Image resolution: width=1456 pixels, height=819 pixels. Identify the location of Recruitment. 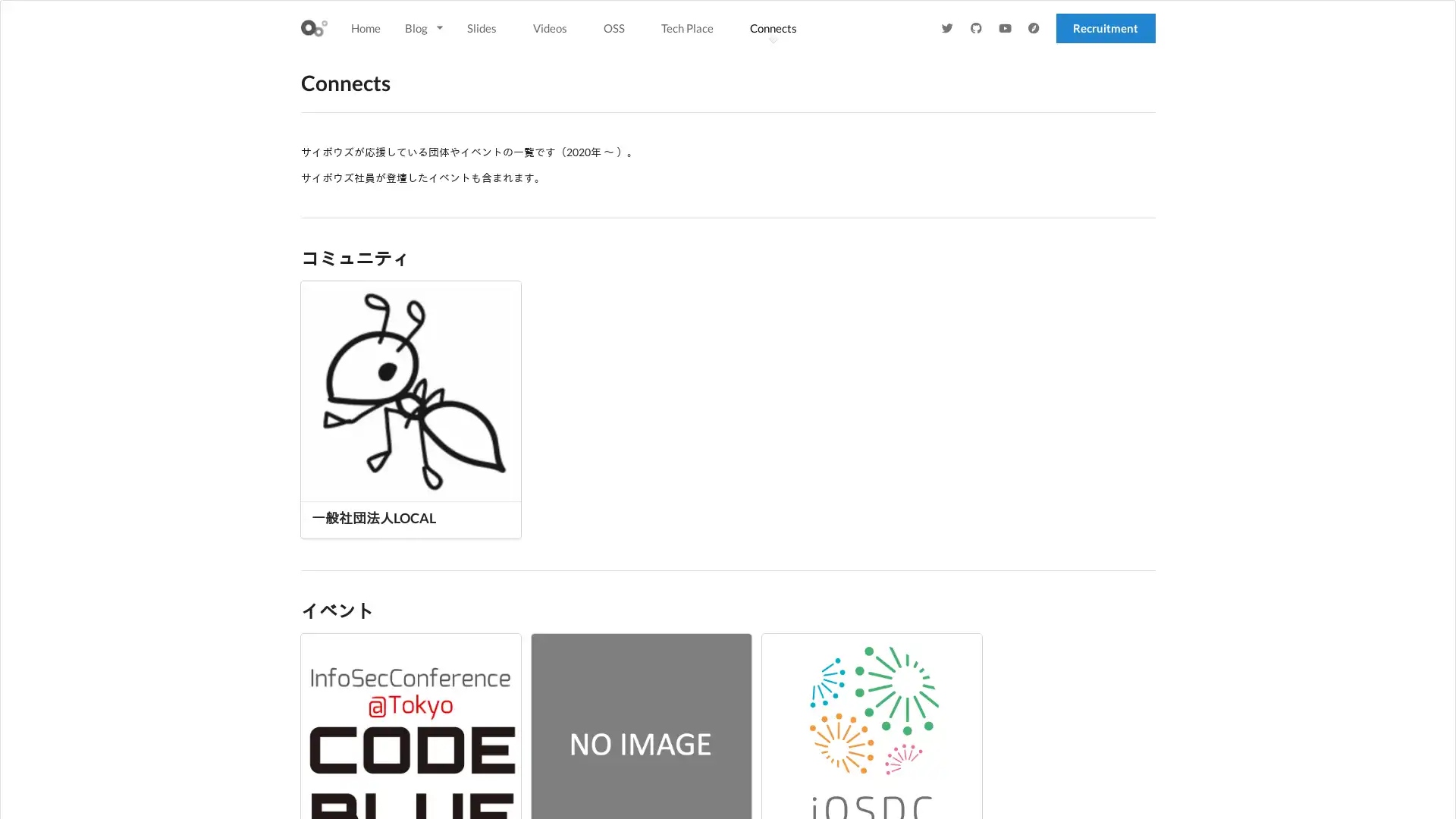
(1105, 28).